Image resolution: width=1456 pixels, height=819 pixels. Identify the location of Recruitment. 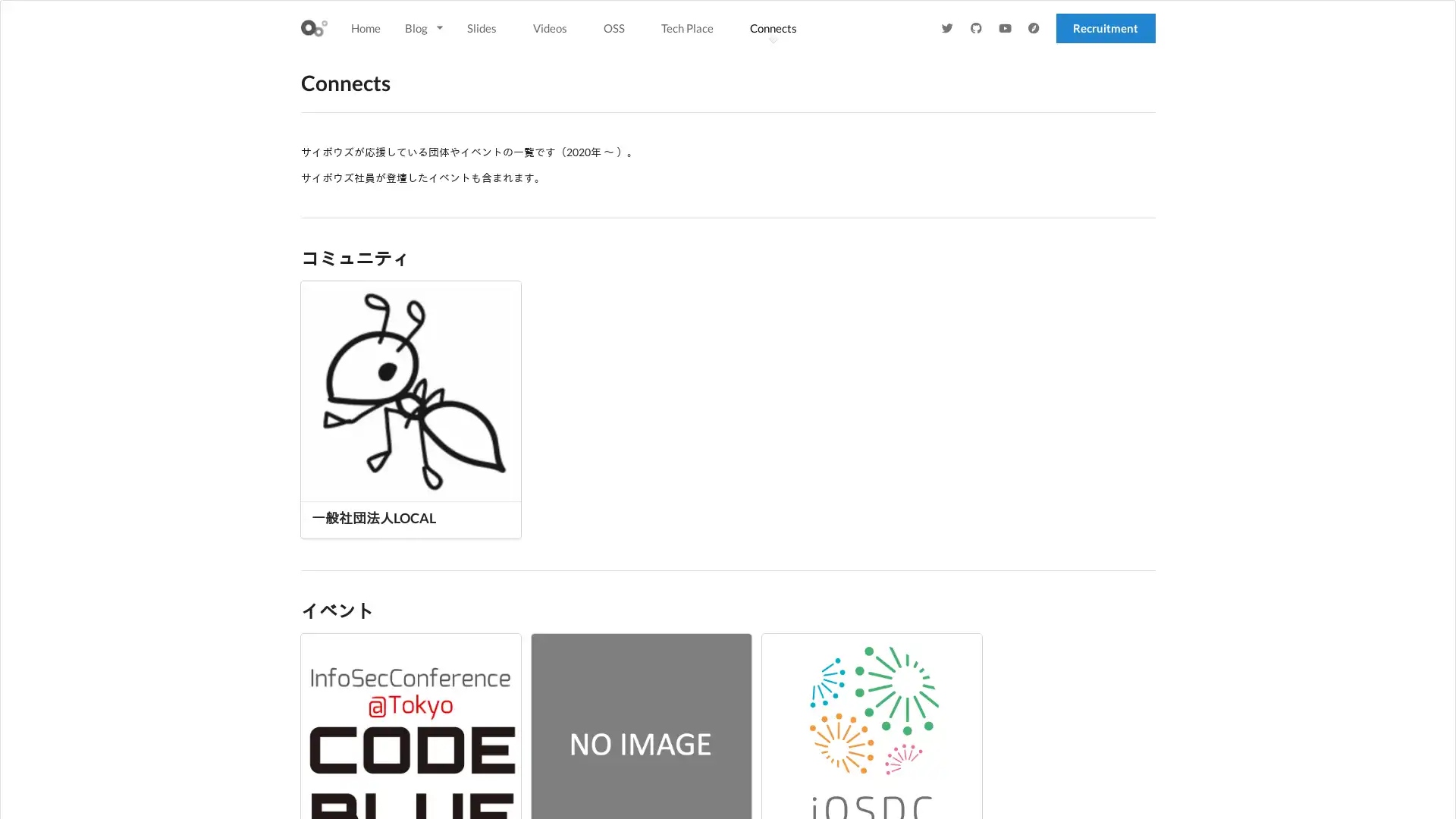
(1105, 28).